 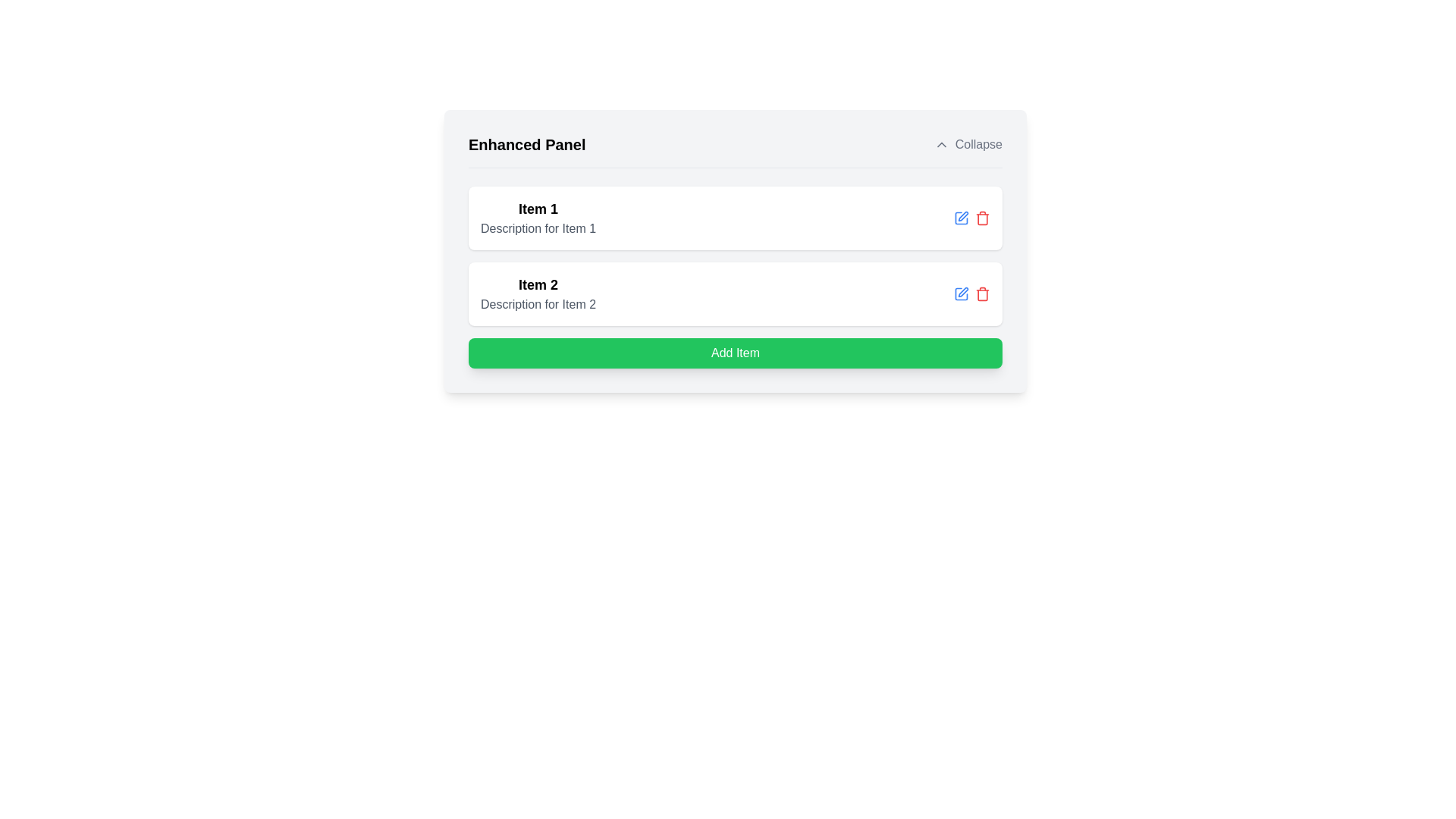 What do you see at coordinates (962, 216) in the screenshot?
I see `the edit icon button` at bounding box center [962, 216].